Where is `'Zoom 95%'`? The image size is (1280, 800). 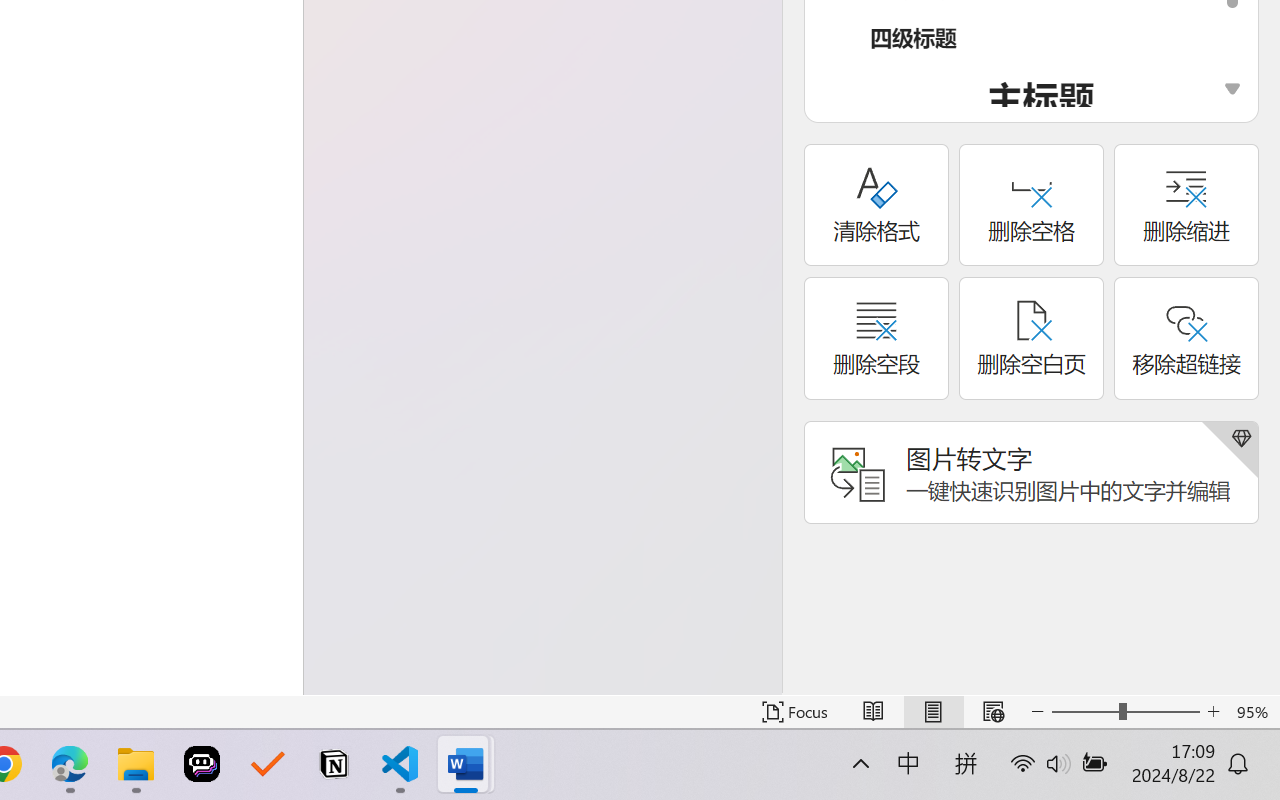
'Zoom 95%' is located at coordinates (1252, 711).